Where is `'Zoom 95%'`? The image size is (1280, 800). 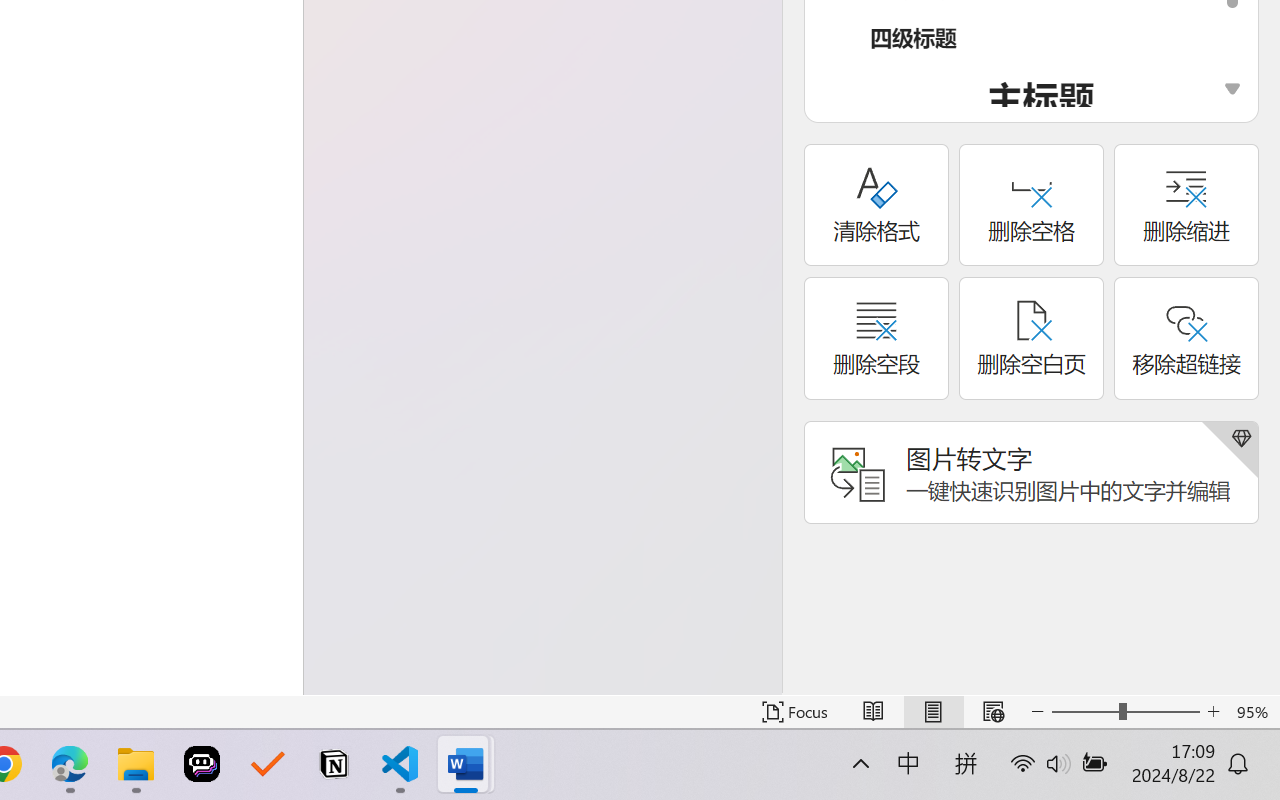
'Zoom 95%' is located at coordinates (1252, 711).